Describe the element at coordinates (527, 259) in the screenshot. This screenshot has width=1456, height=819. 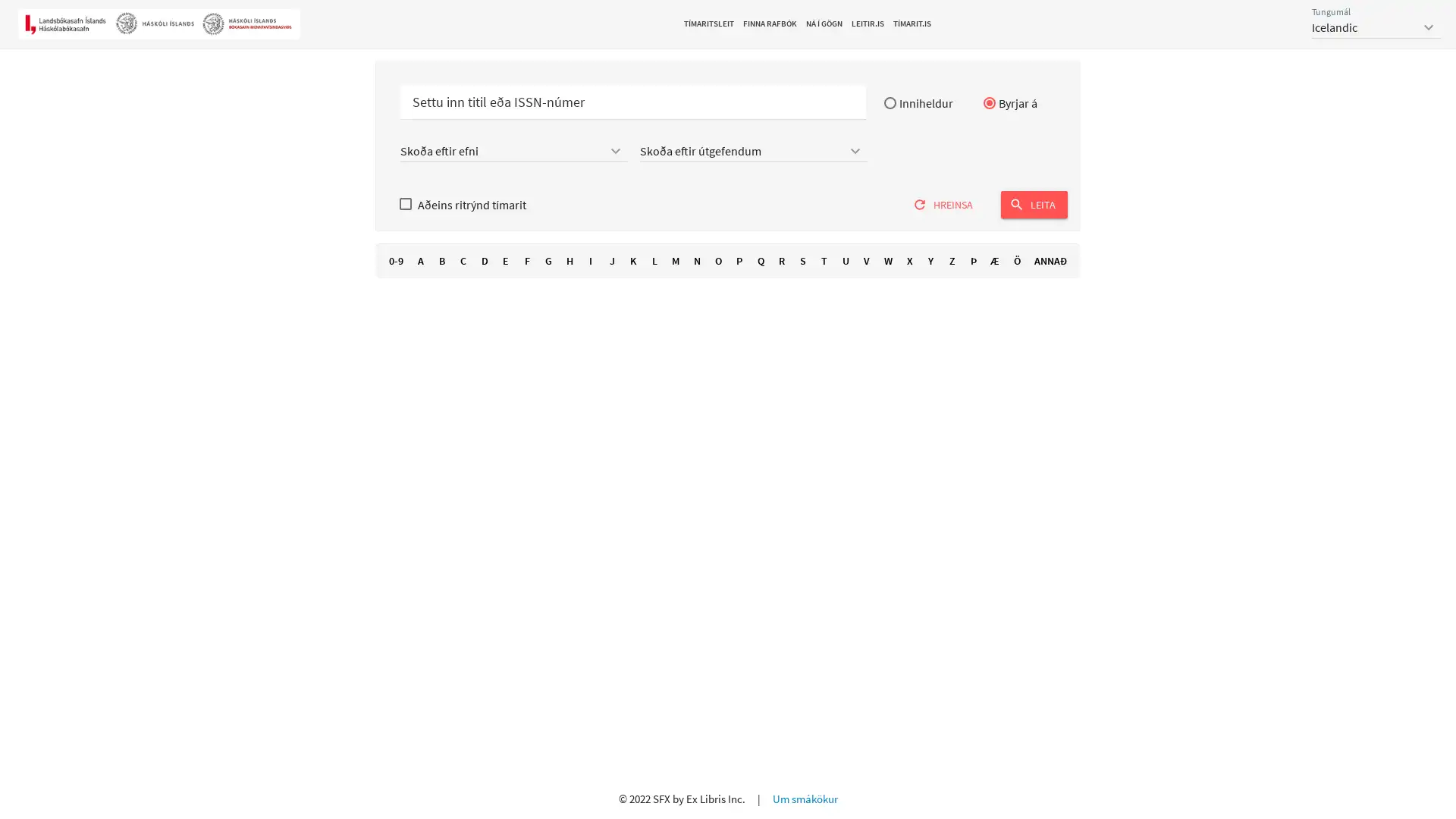
I see `F` at that location.